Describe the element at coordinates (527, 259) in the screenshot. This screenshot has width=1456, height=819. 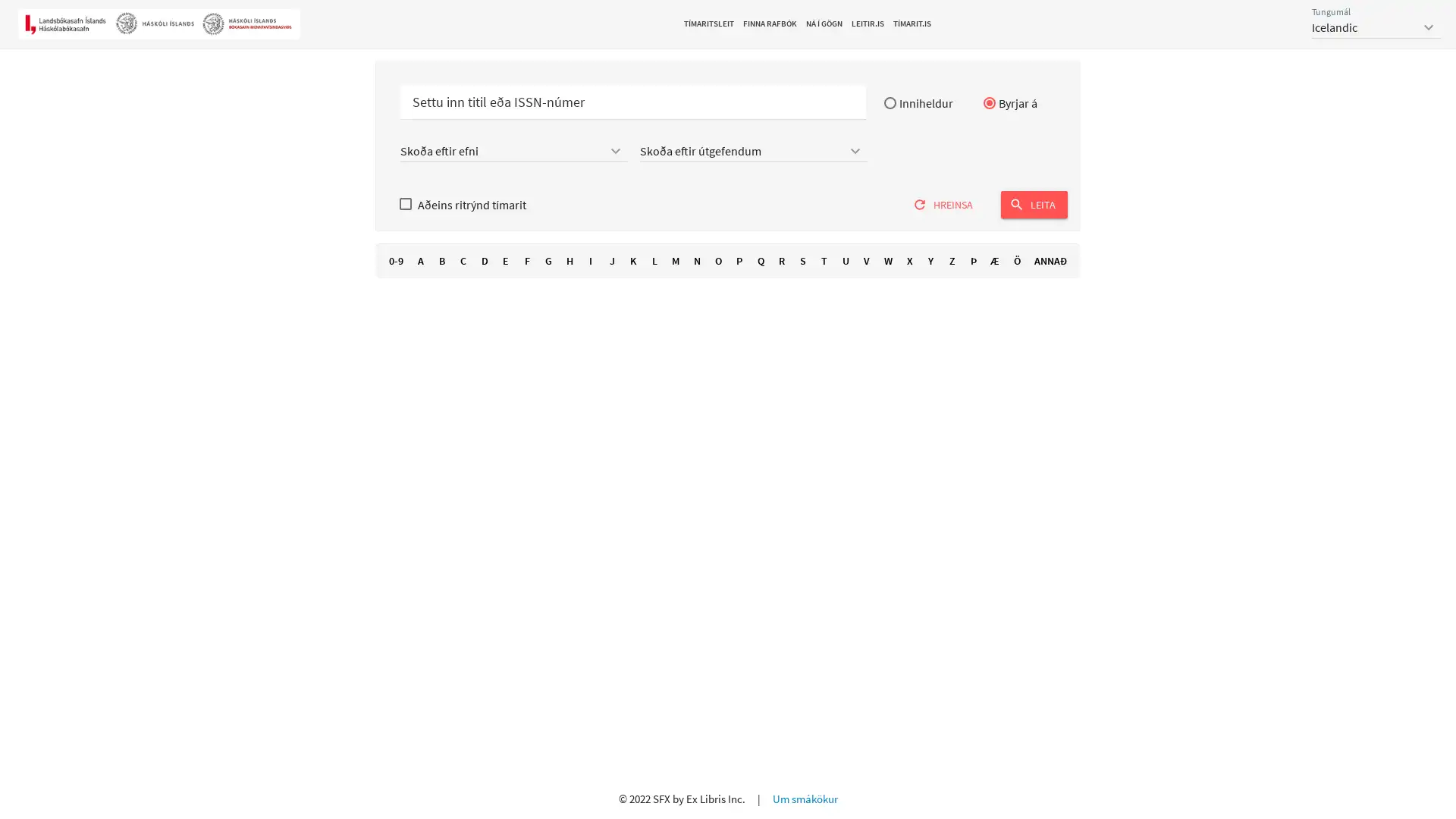
I see `F` at that location.